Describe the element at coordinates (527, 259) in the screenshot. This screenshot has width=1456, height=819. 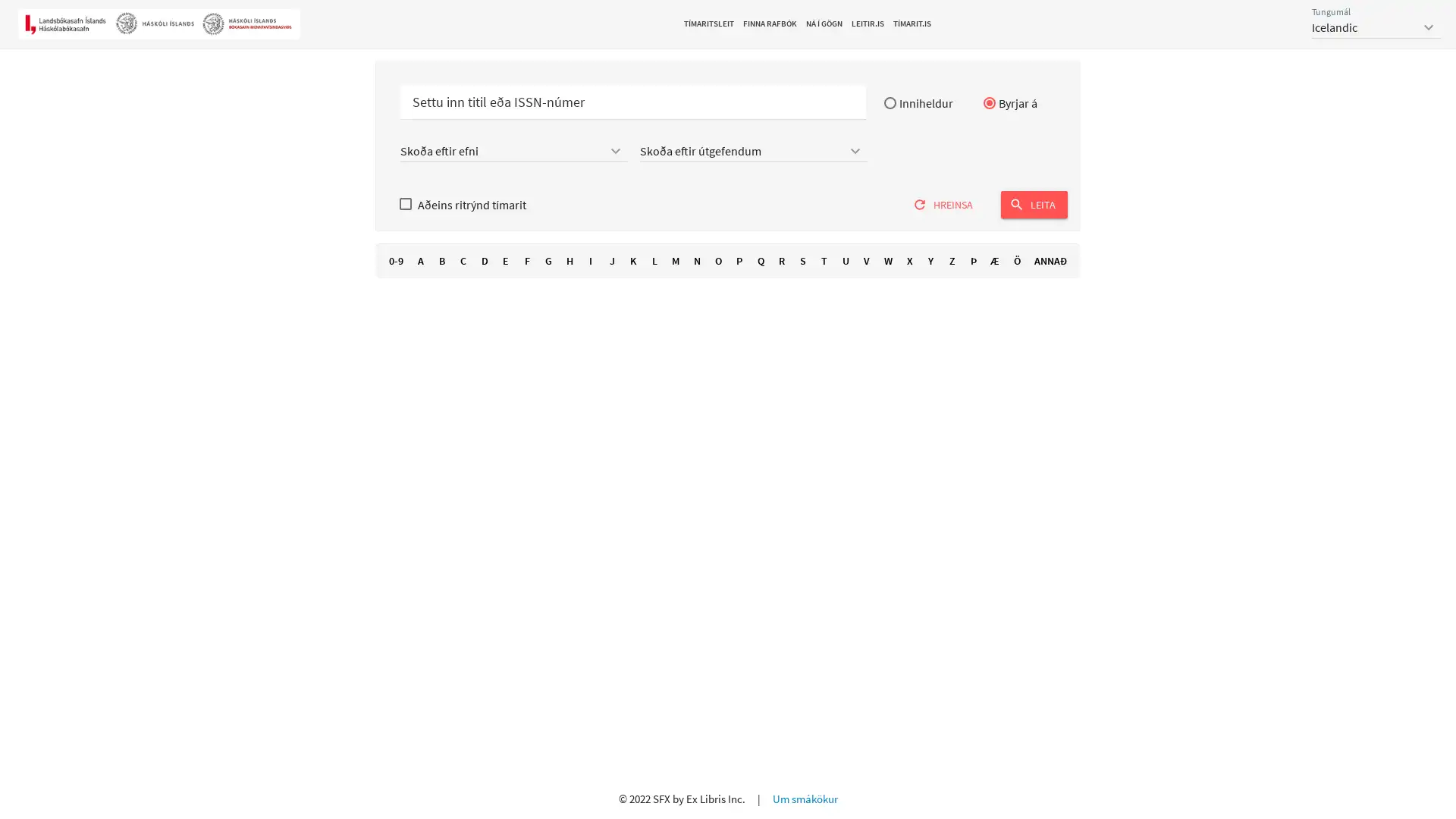
I see `F` at that location.